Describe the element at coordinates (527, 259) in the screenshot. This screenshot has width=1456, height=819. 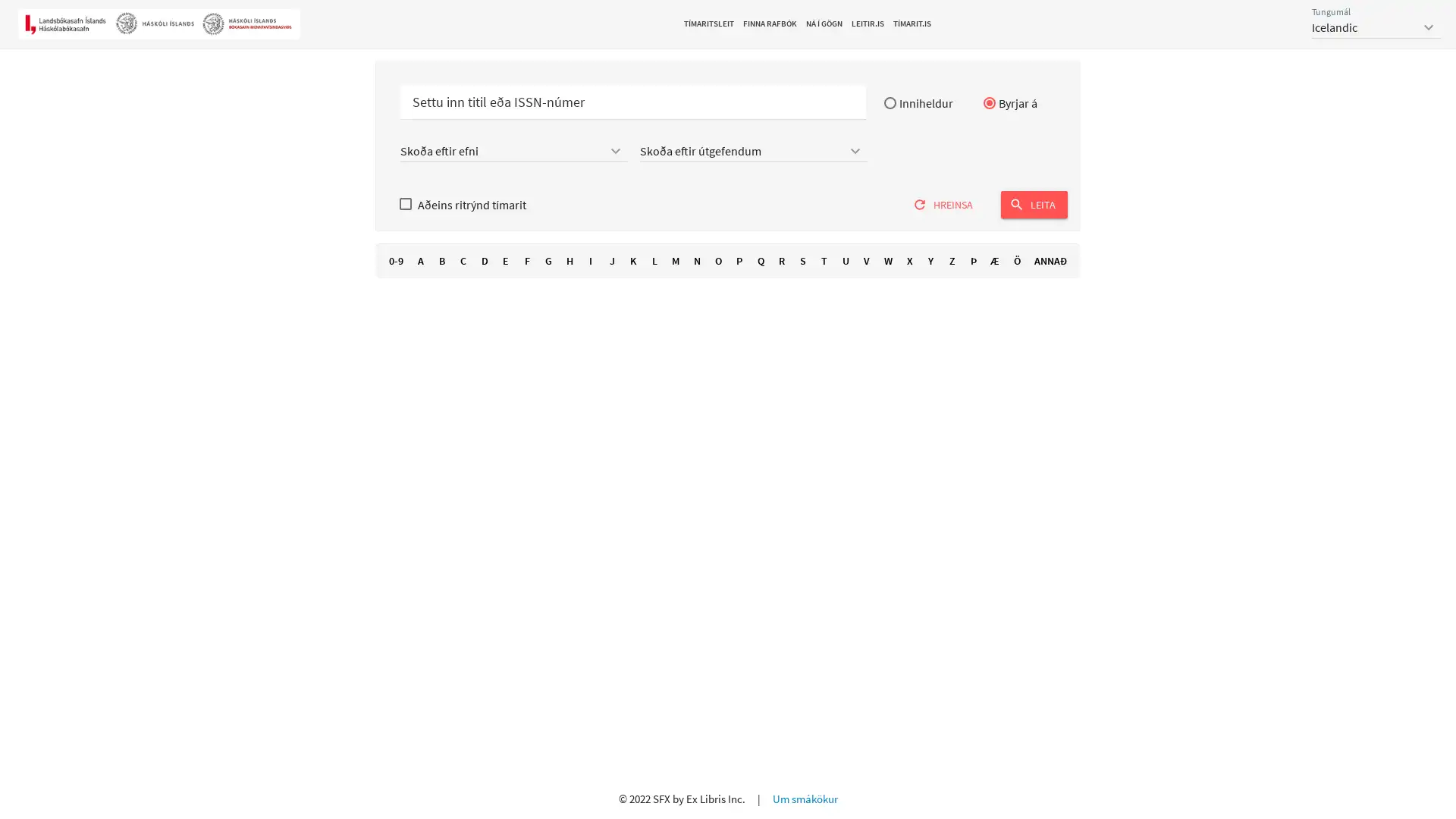
I see `F` at that location.